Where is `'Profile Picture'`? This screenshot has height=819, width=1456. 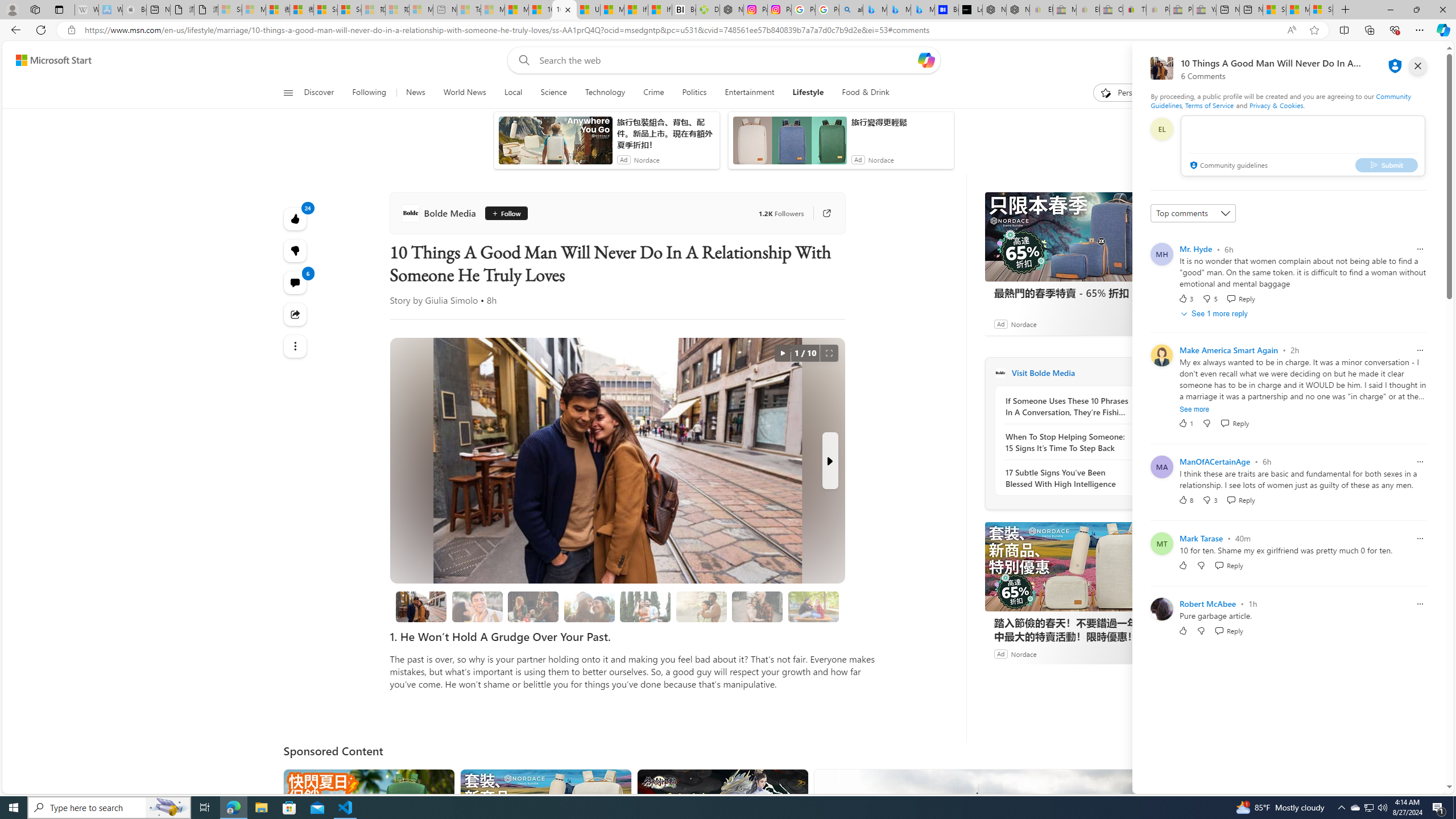
'Profile Picture' is located at coordinates (1161, 608).